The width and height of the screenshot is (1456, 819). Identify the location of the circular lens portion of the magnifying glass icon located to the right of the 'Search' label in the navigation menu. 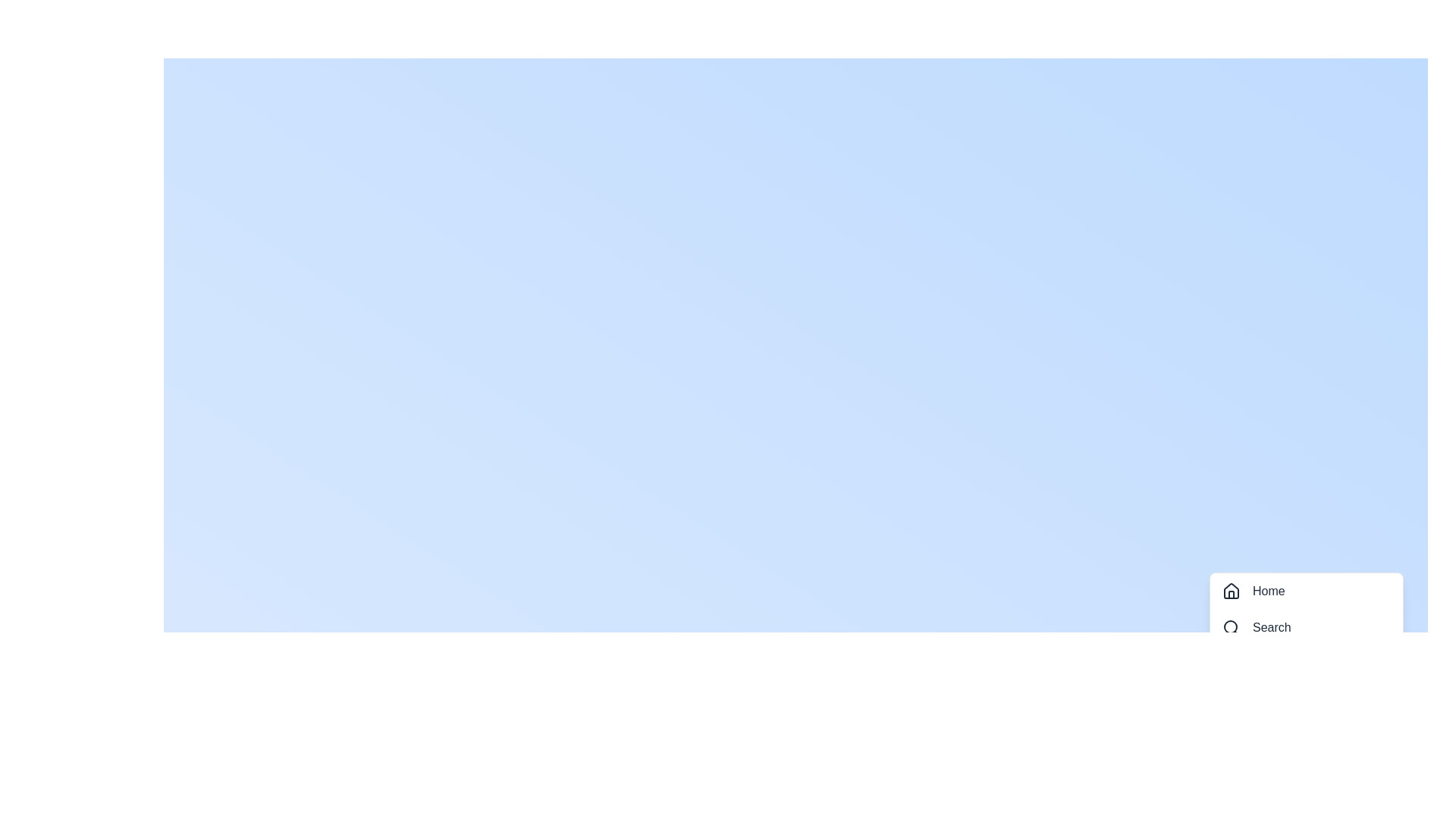
(1230, 626).